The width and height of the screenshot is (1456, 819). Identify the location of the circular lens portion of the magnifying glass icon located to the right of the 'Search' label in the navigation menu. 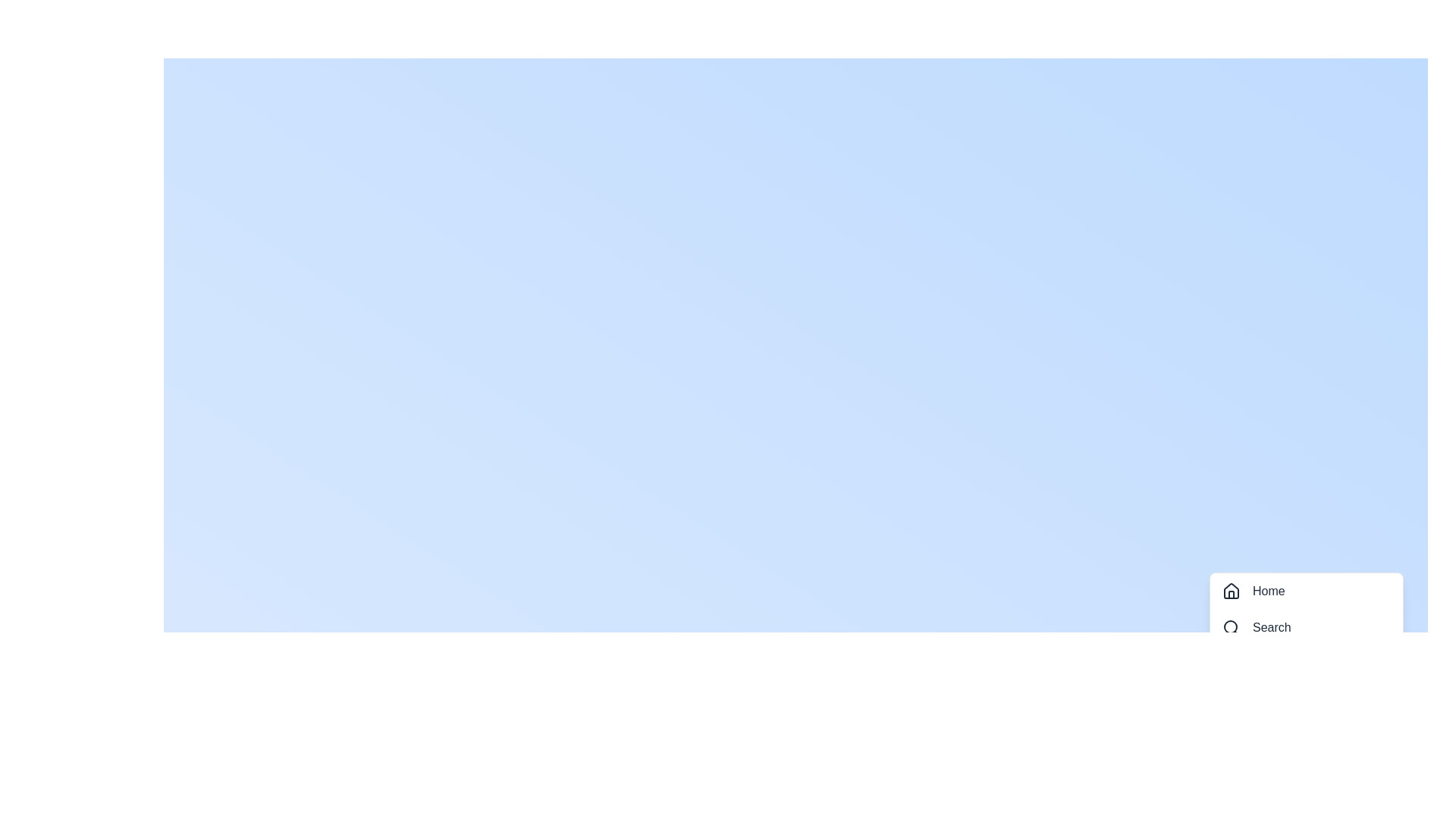
(1230, 626).